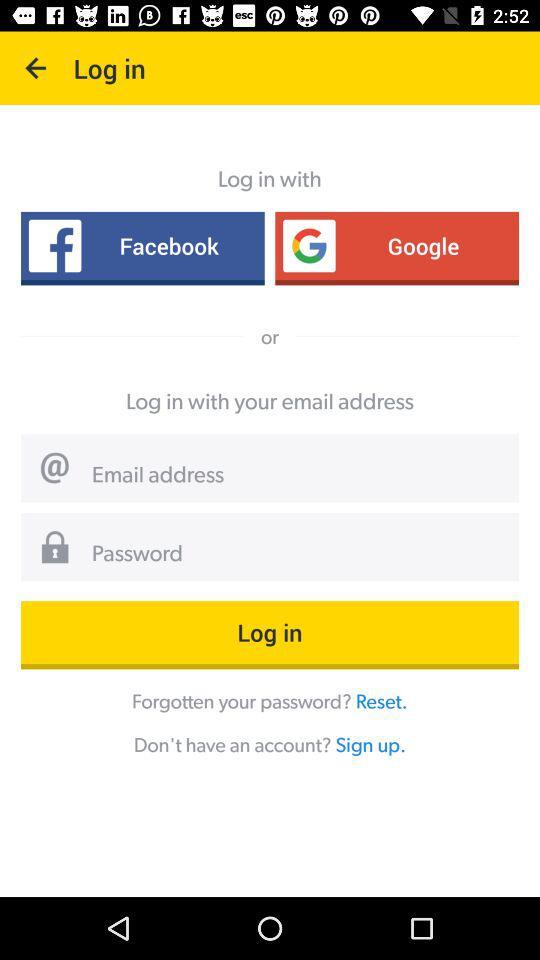 The height and width of the screenshot is (960, 540). I want to click on item to the right of facebook icon, so click(397, 244).